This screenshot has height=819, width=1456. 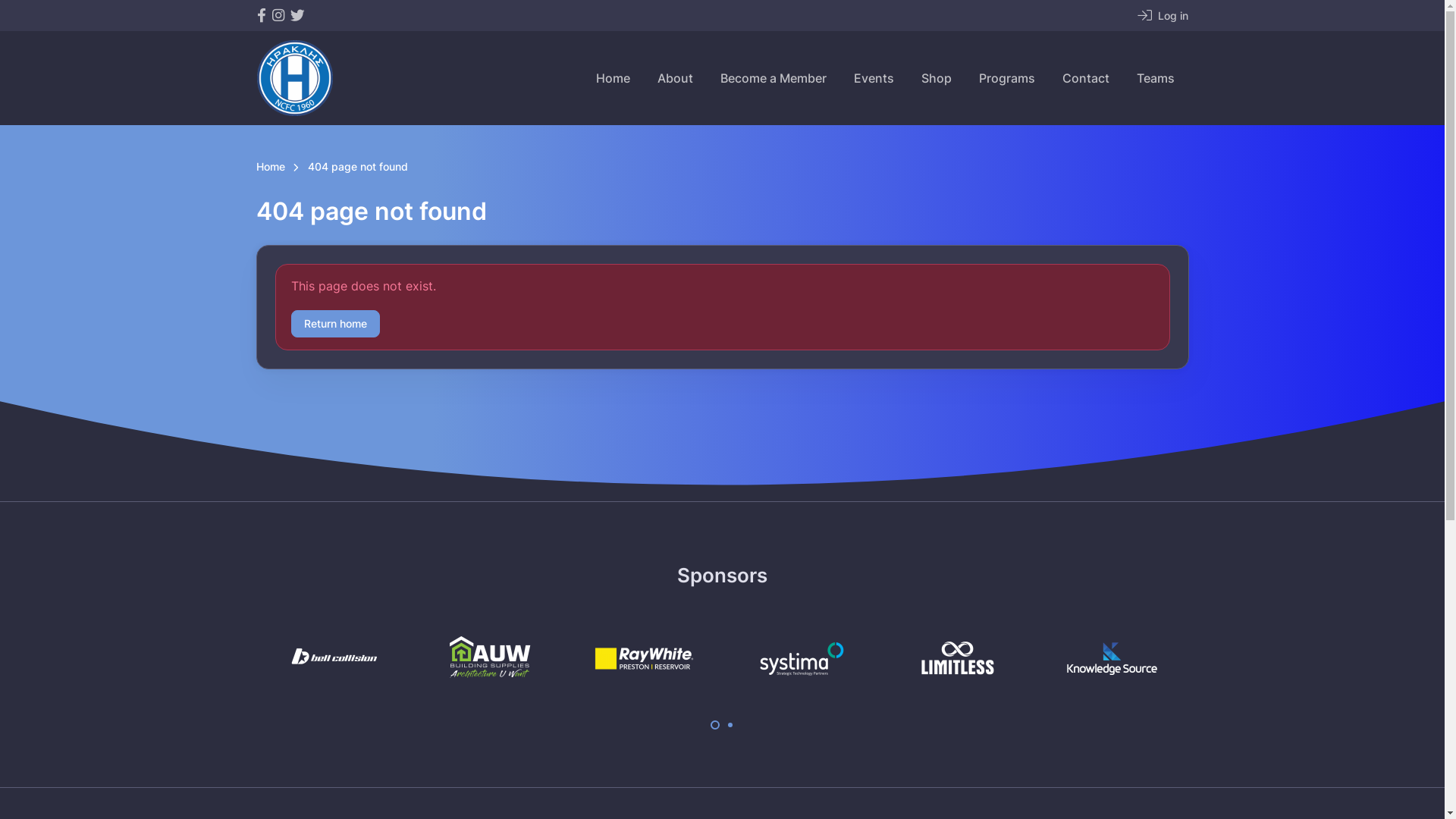 What do you see at coordinates (705, 78) in the screenshot?
I see `'Become a Member'` at bounding box center [705, 78].